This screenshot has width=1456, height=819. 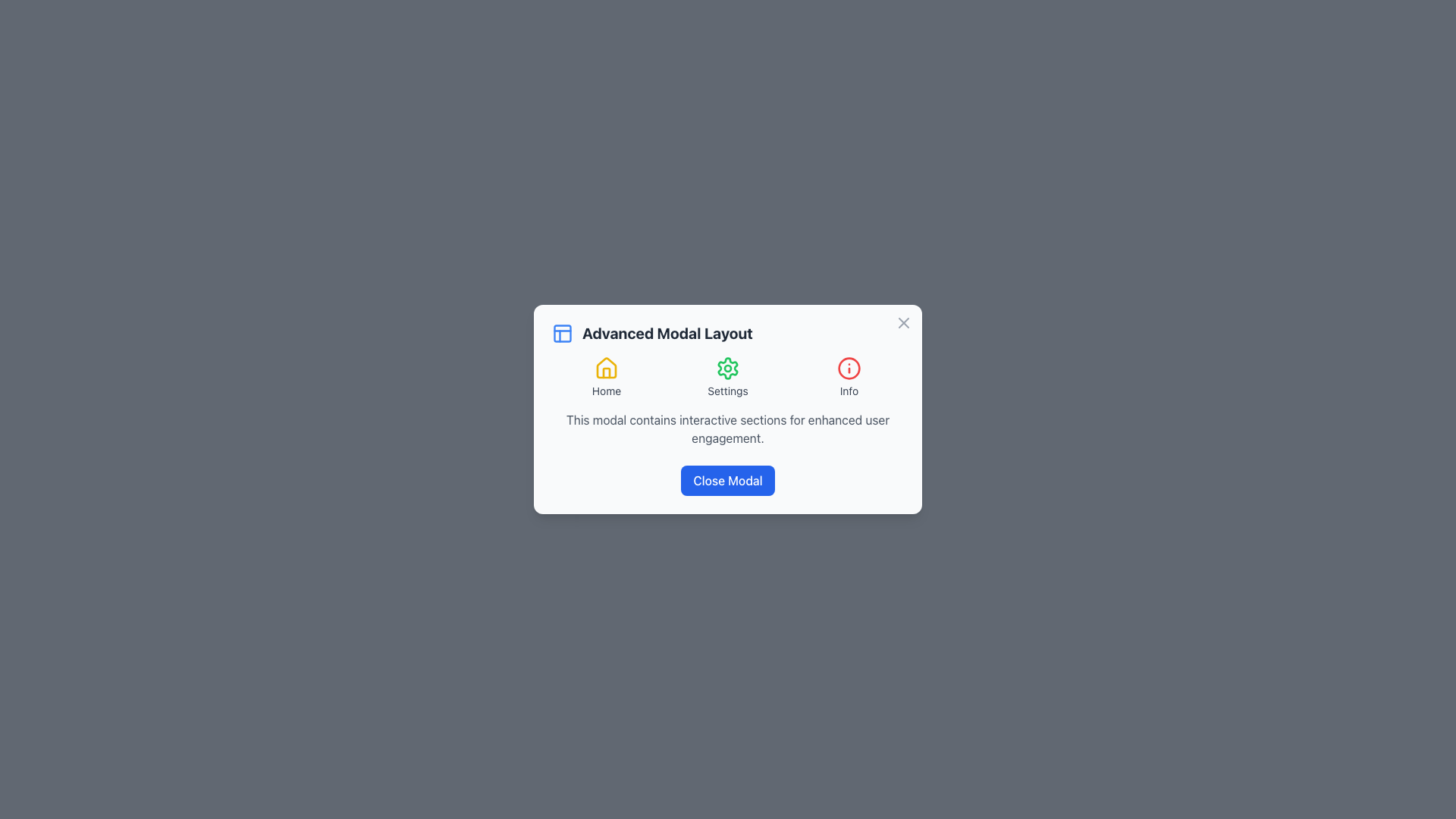 I want to click on the 'Home' icon with text label, which is the first item in a horizontal grid of options, aligned to the left, so click(x=607, y=376).